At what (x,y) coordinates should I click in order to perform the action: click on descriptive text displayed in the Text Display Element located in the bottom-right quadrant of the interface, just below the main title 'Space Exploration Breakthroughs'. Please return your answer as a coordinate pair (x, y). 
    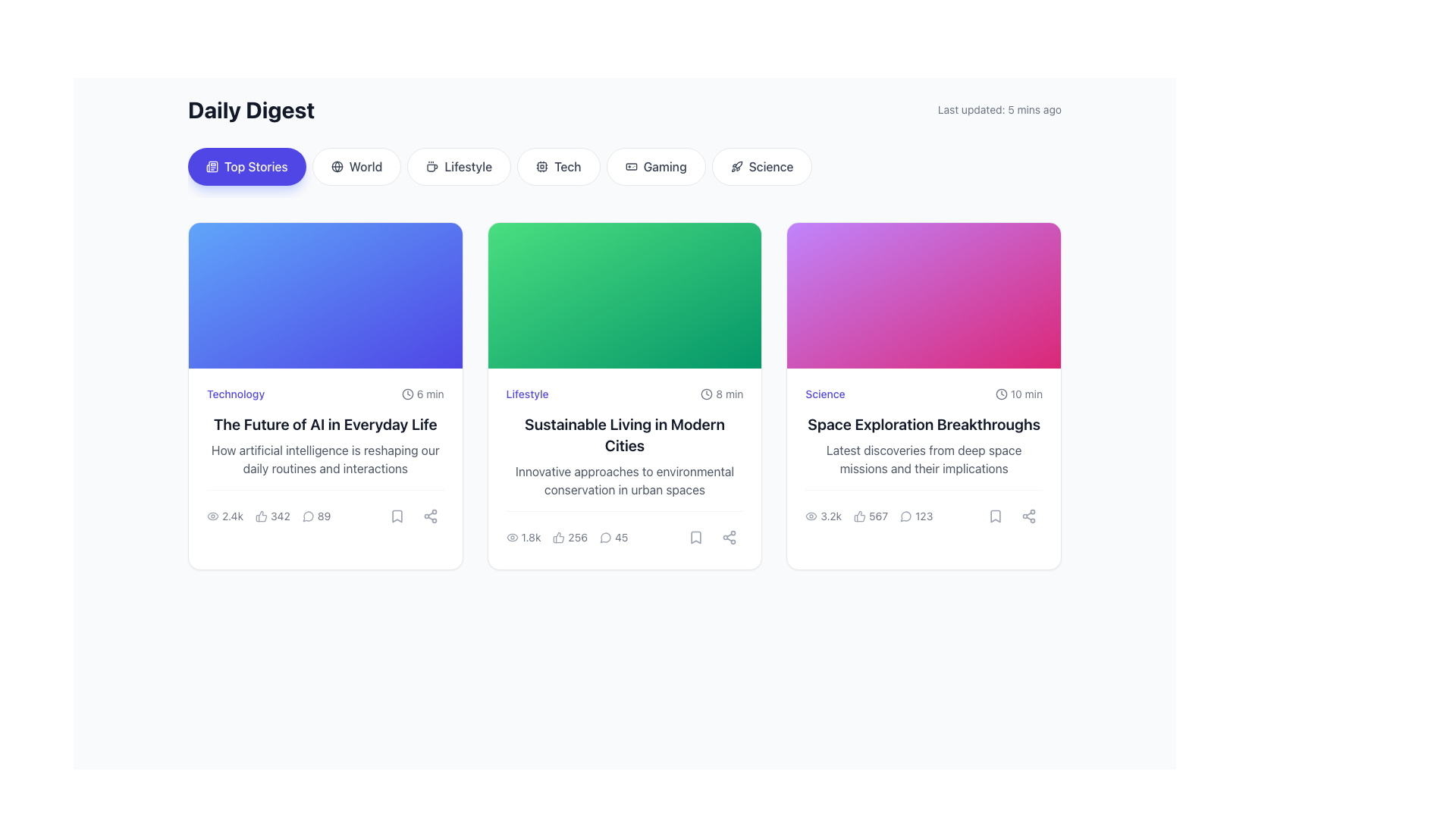
    Looking at the image, I should click on (923, 458).